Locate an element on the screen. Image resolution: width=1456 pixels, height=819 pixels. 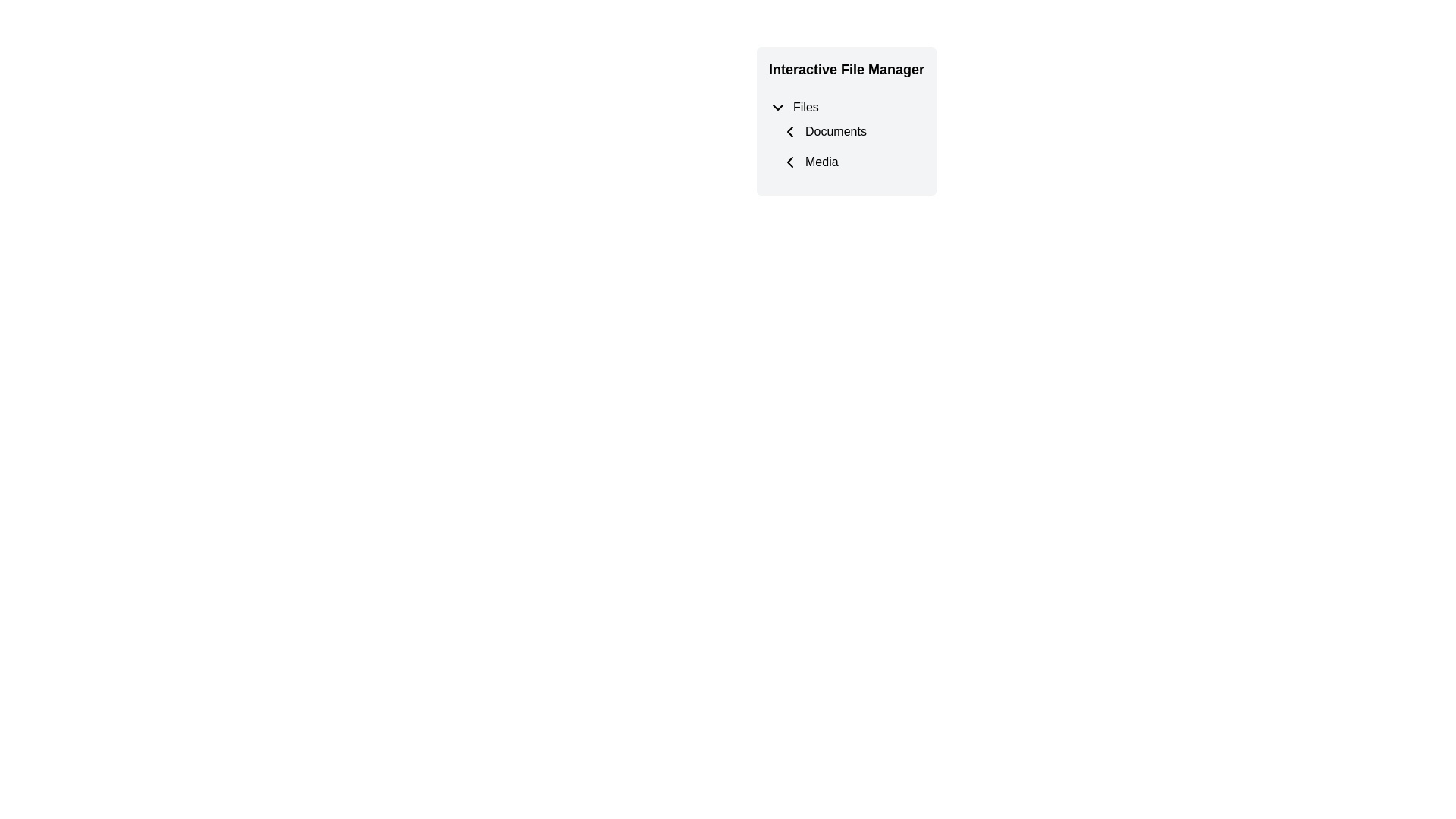
the 'Documents' text label with leftwards arrow icon in the vertical list of the Interactive File Manager is located at coordinates (846, 130).